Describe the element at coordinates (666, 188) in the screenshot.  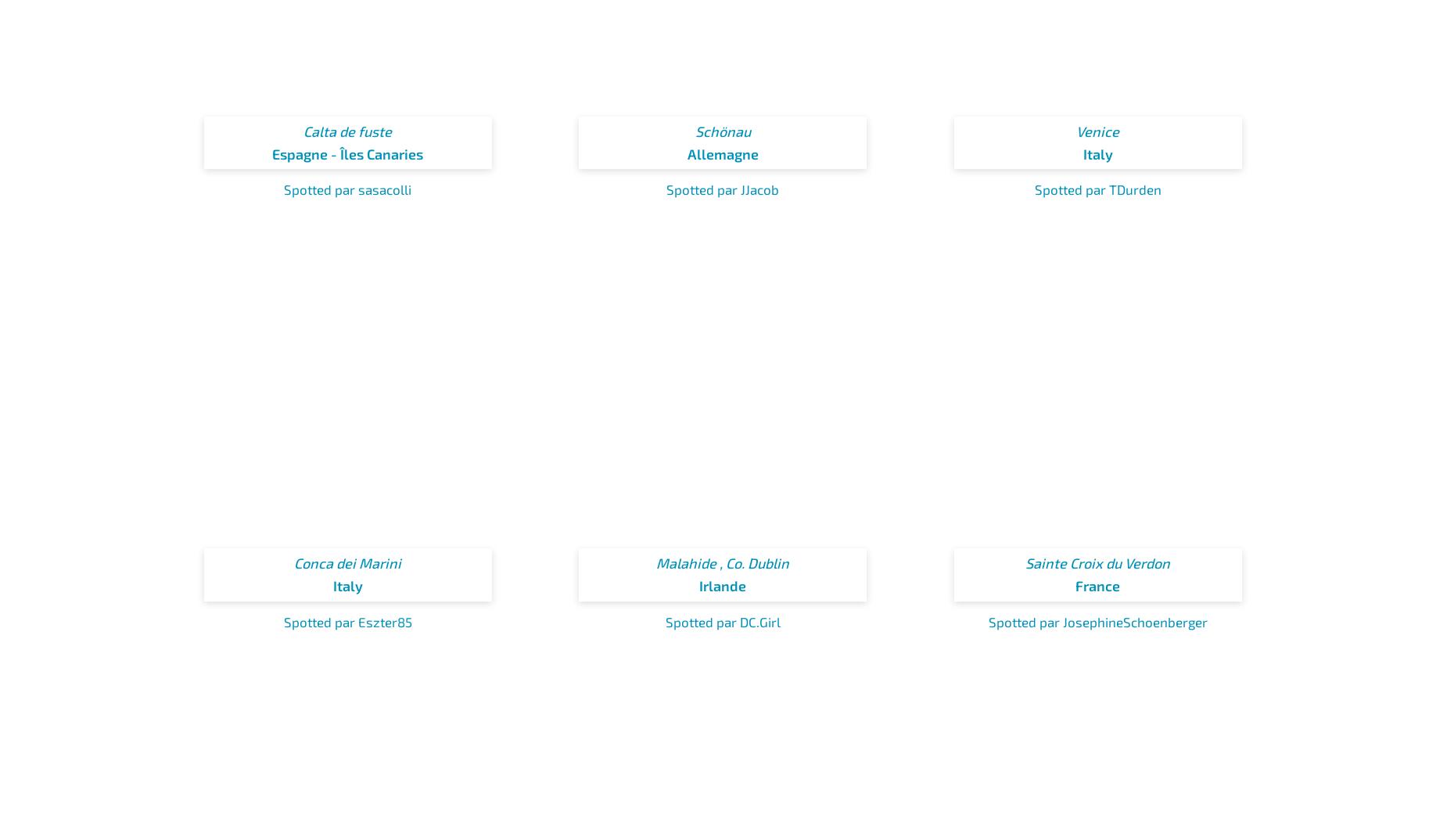
I see `'Spotted par JJacob'` at that location.